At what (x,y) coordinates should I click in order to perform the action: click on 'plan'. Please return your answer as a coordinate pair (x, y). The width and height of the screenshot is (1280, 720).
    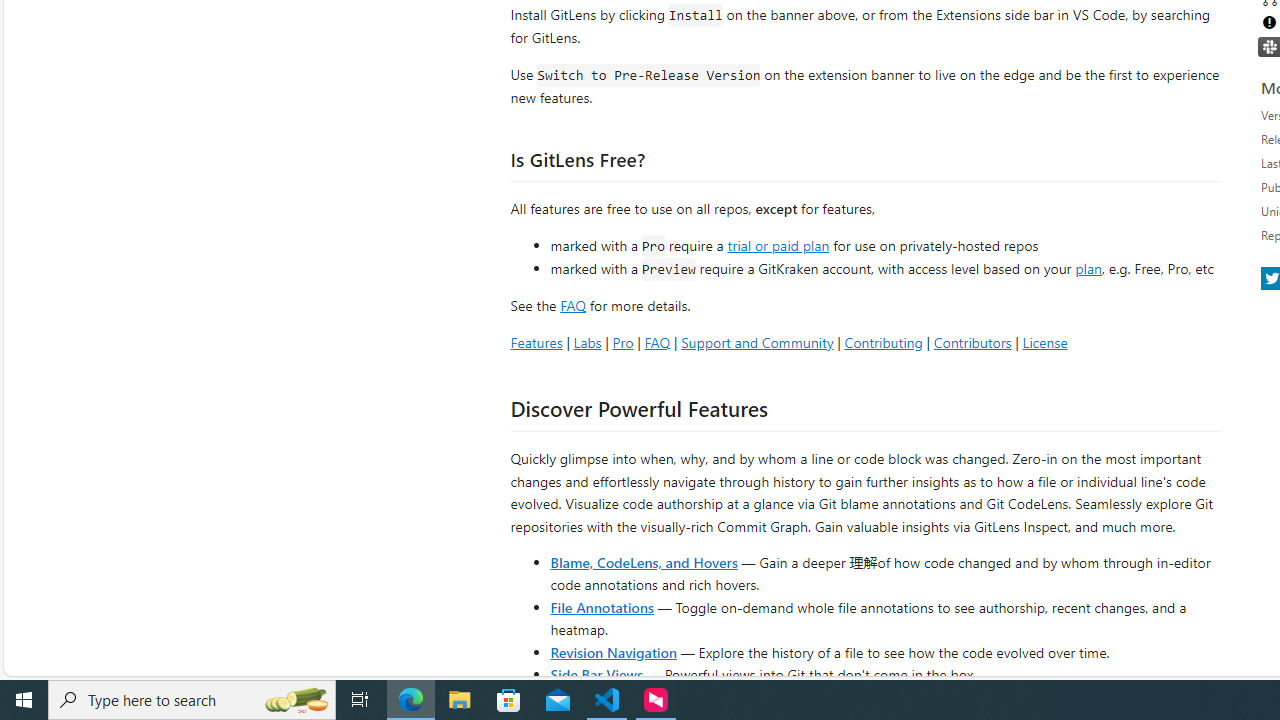
    Looking at the image, I should click on (1087, 268).